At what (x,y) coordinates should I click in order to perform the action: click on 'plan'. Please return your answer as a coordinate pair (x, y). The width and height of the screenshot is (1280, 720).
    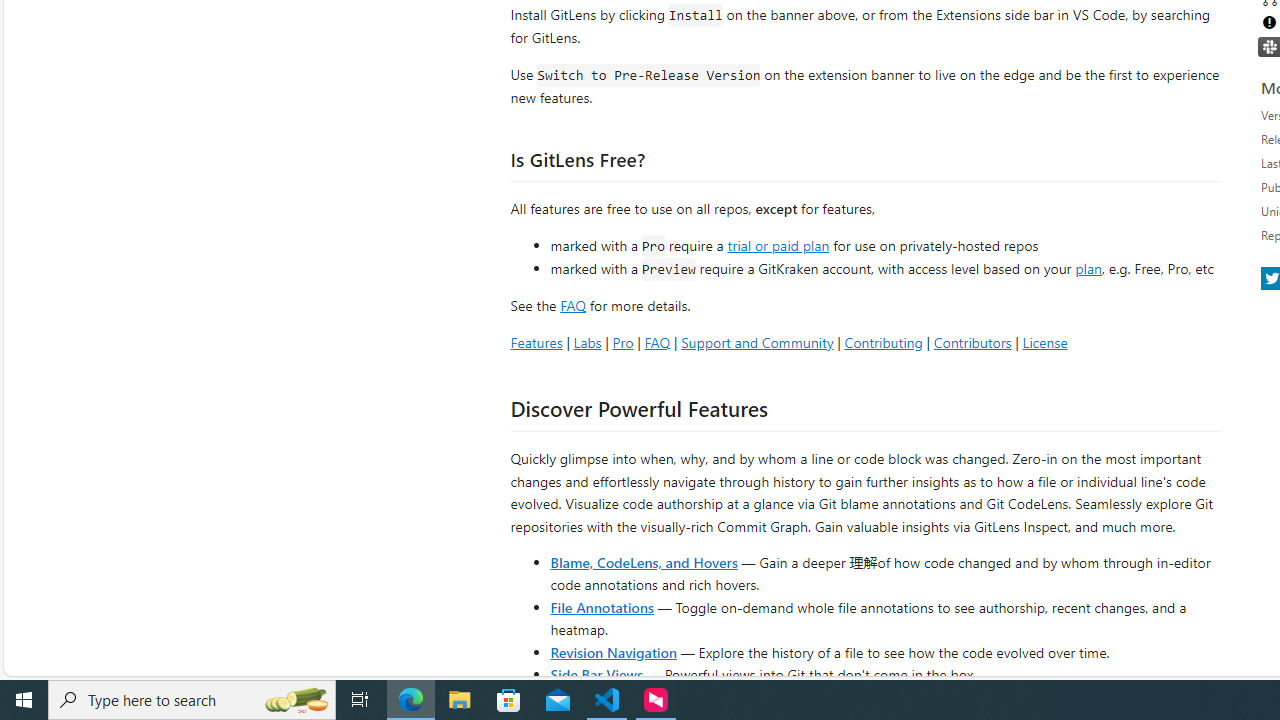
    Looking at the image, I should click on (1087, 268).